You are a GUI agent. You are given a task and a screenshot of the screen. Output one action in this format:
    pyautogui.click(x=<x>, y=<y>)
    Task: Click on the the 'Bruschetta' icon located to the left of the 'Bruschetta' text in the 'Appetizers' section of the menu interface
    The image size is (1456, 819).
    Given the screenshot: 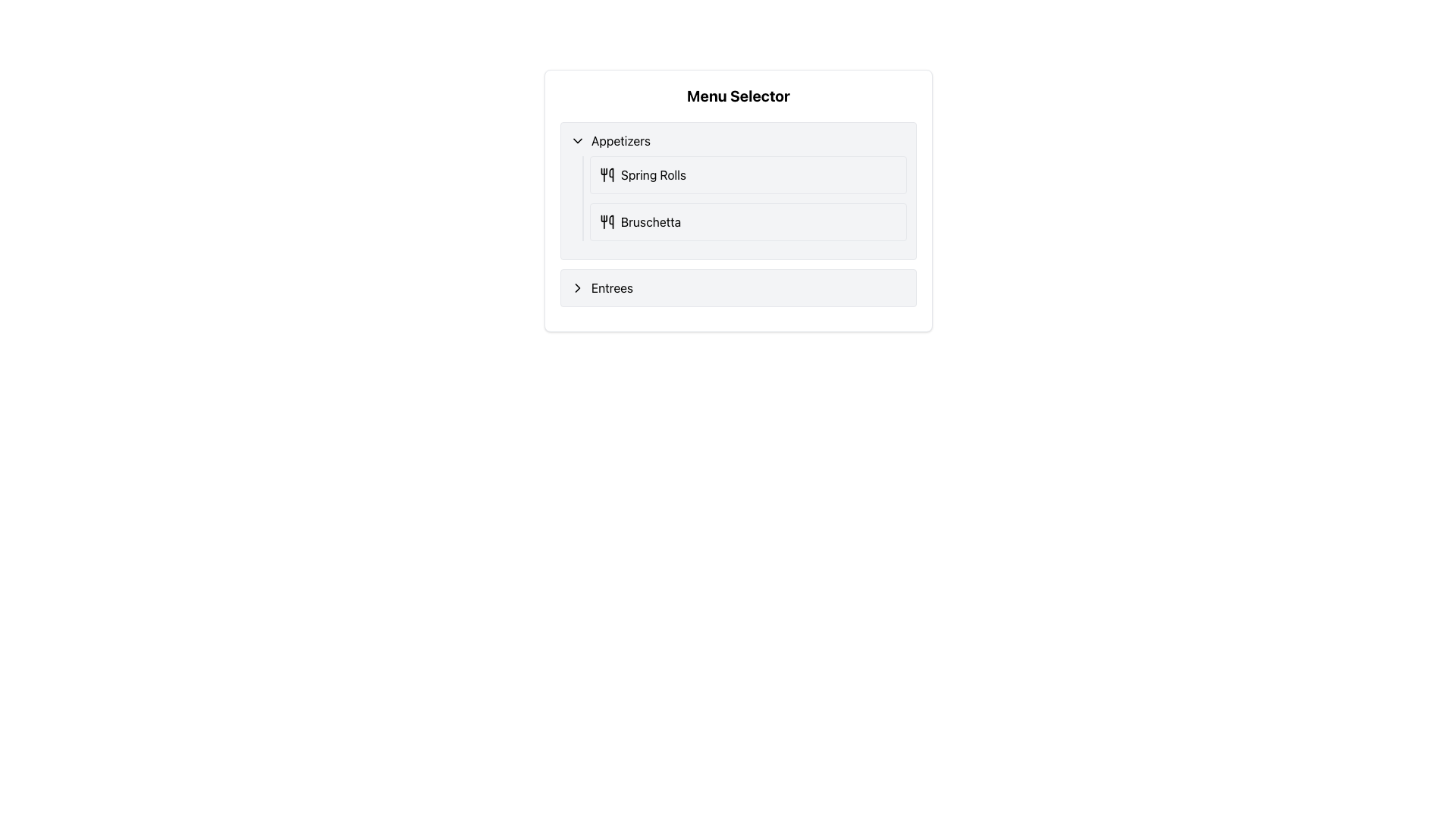 What is the action you would take?
    pyautogui.click(x=607, y=222)
    